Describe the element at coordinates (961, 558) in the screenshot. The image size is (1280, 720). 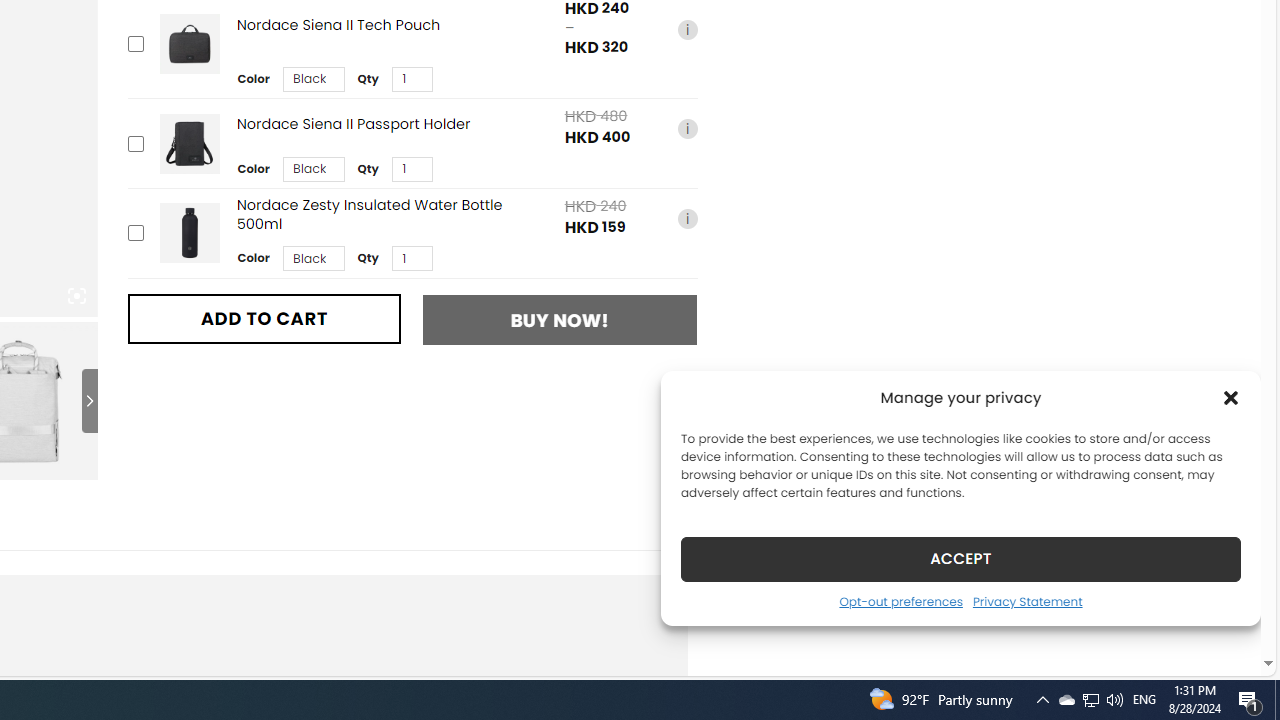
I see `'ACCEPT'` at that location.